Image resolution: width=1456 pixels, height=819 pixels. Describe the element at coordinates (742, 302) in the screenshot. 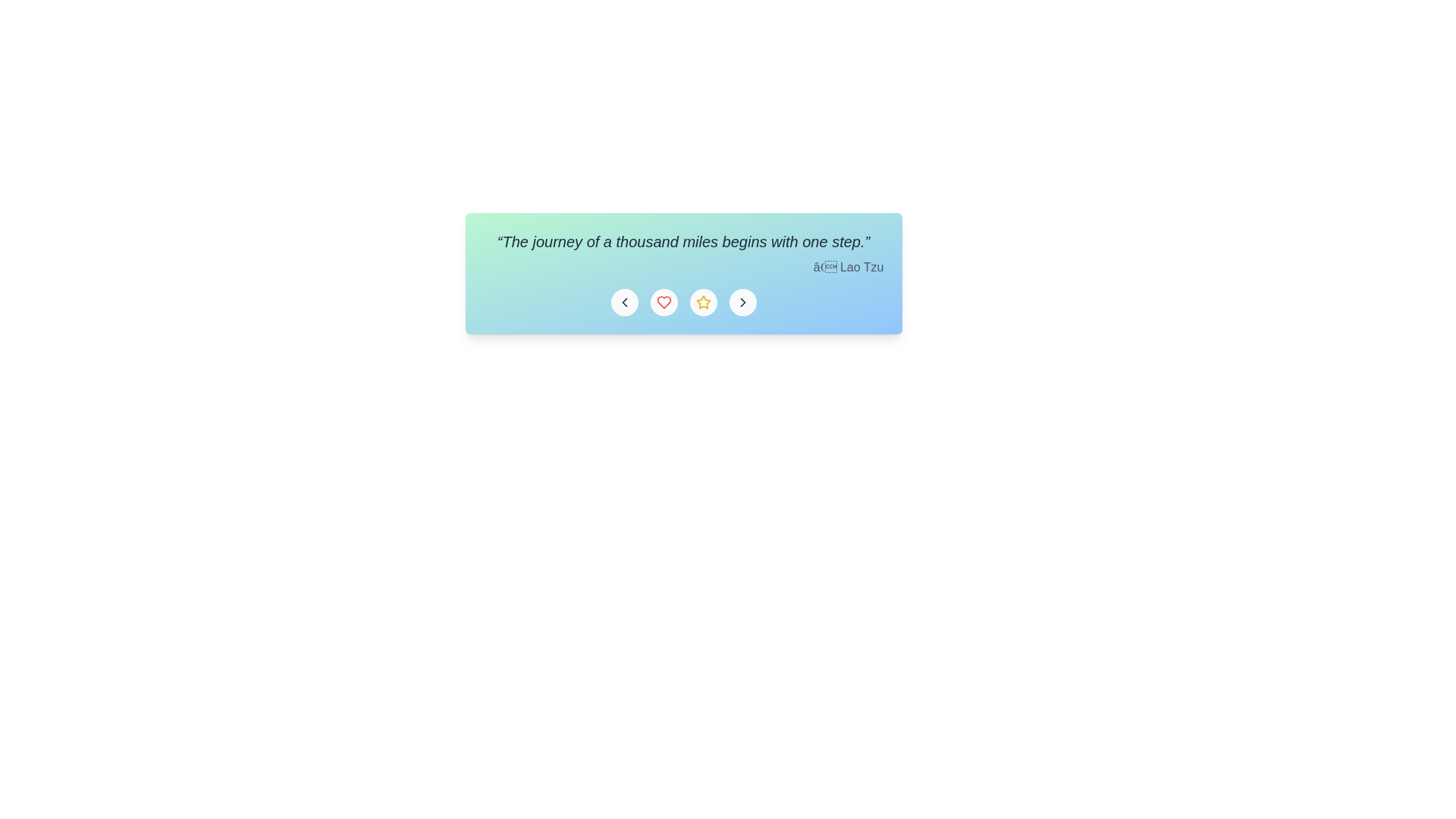

I see `the fifth circular button with a light gray background and a right-pointing chevron icon` at that location.